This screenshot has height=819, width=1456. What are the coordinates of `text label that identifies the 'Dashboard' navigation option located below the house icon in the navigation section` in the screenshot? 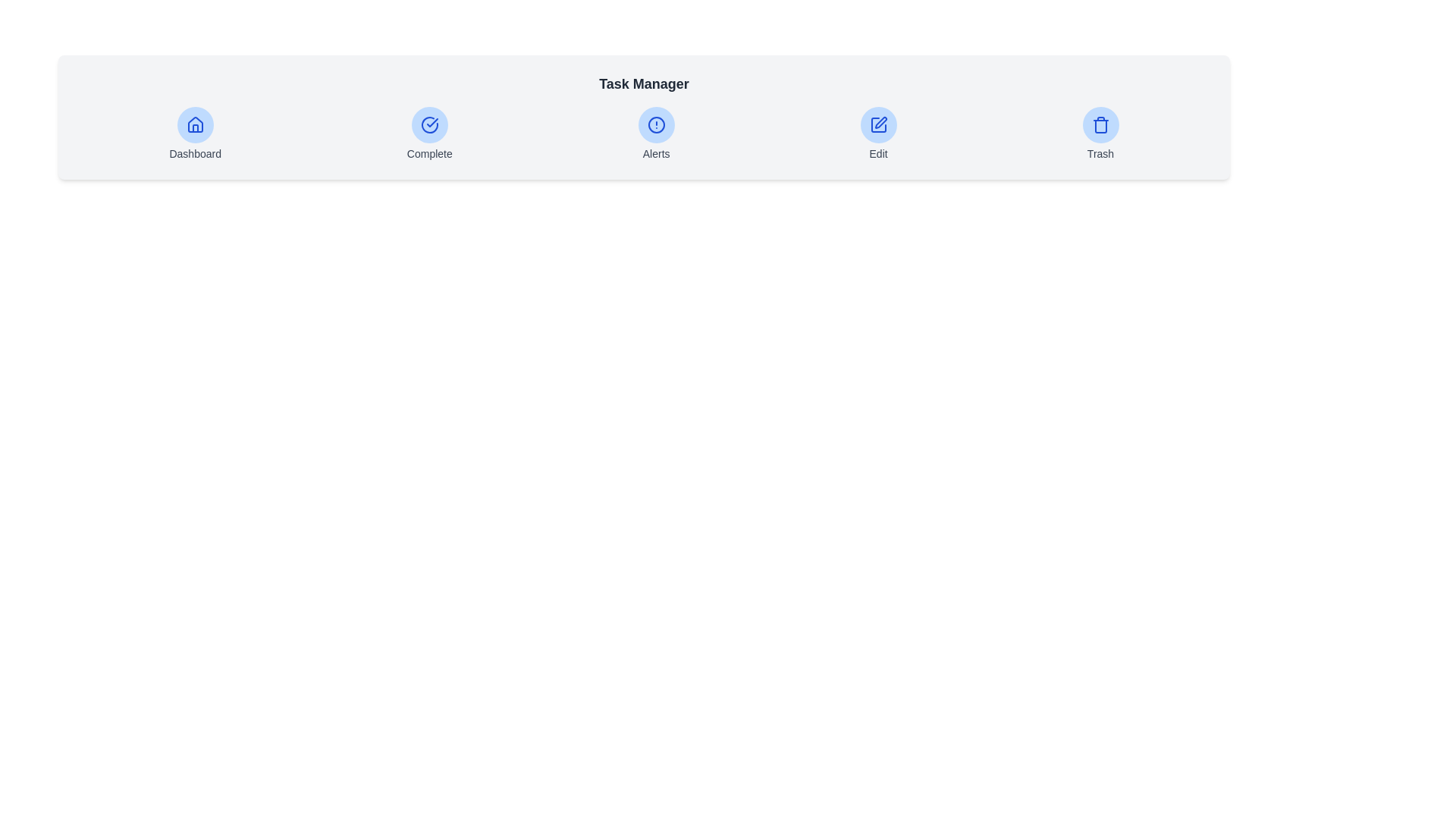 It's located at (194, 154).